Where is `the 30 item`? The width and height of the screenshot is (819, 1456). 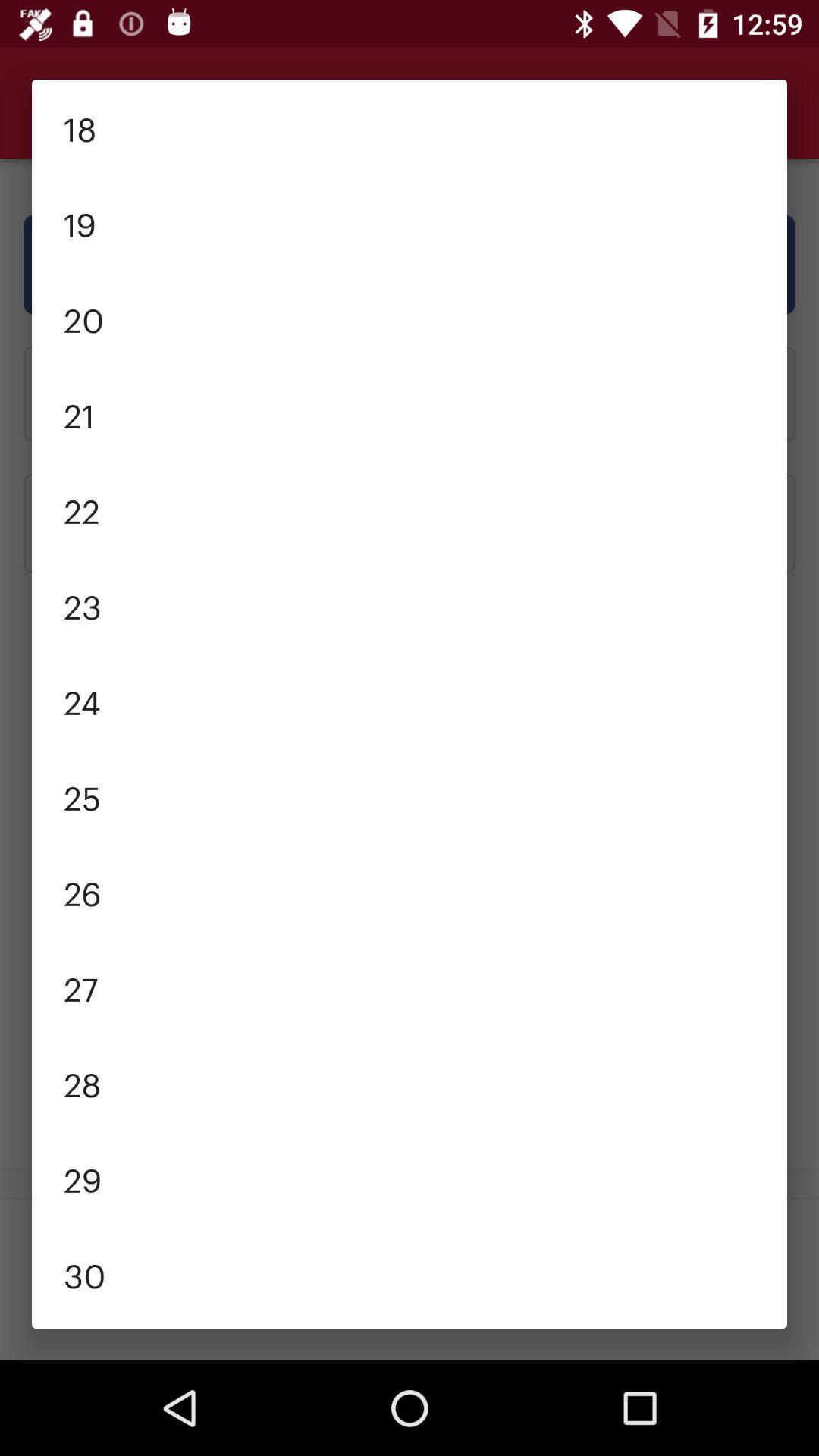 the 30 item is located at coordinates (409, 1274).